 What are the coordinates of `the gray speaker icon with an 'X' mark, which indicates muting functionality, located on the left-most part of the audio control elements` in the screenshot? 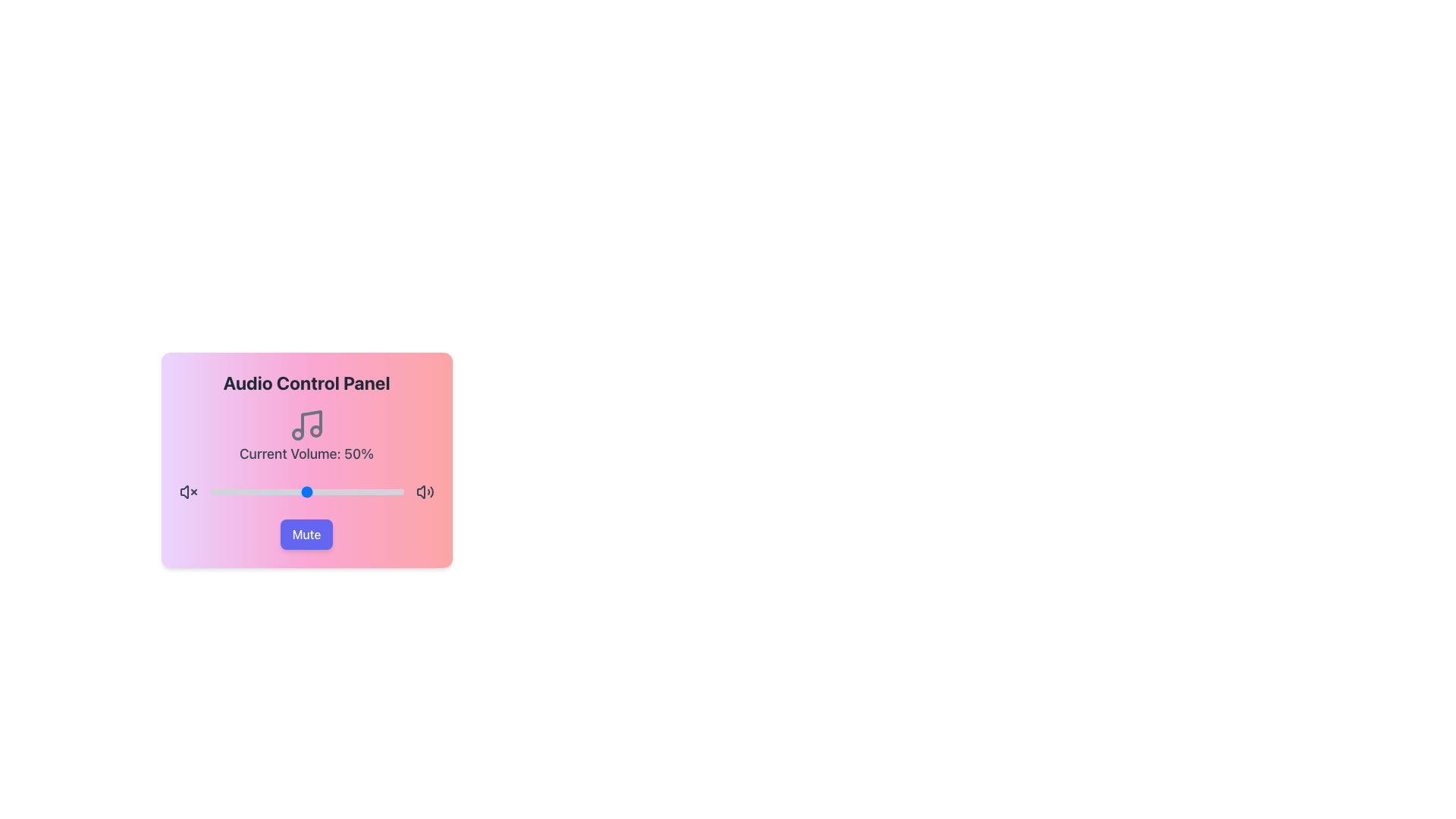 It's located at (187, 491).